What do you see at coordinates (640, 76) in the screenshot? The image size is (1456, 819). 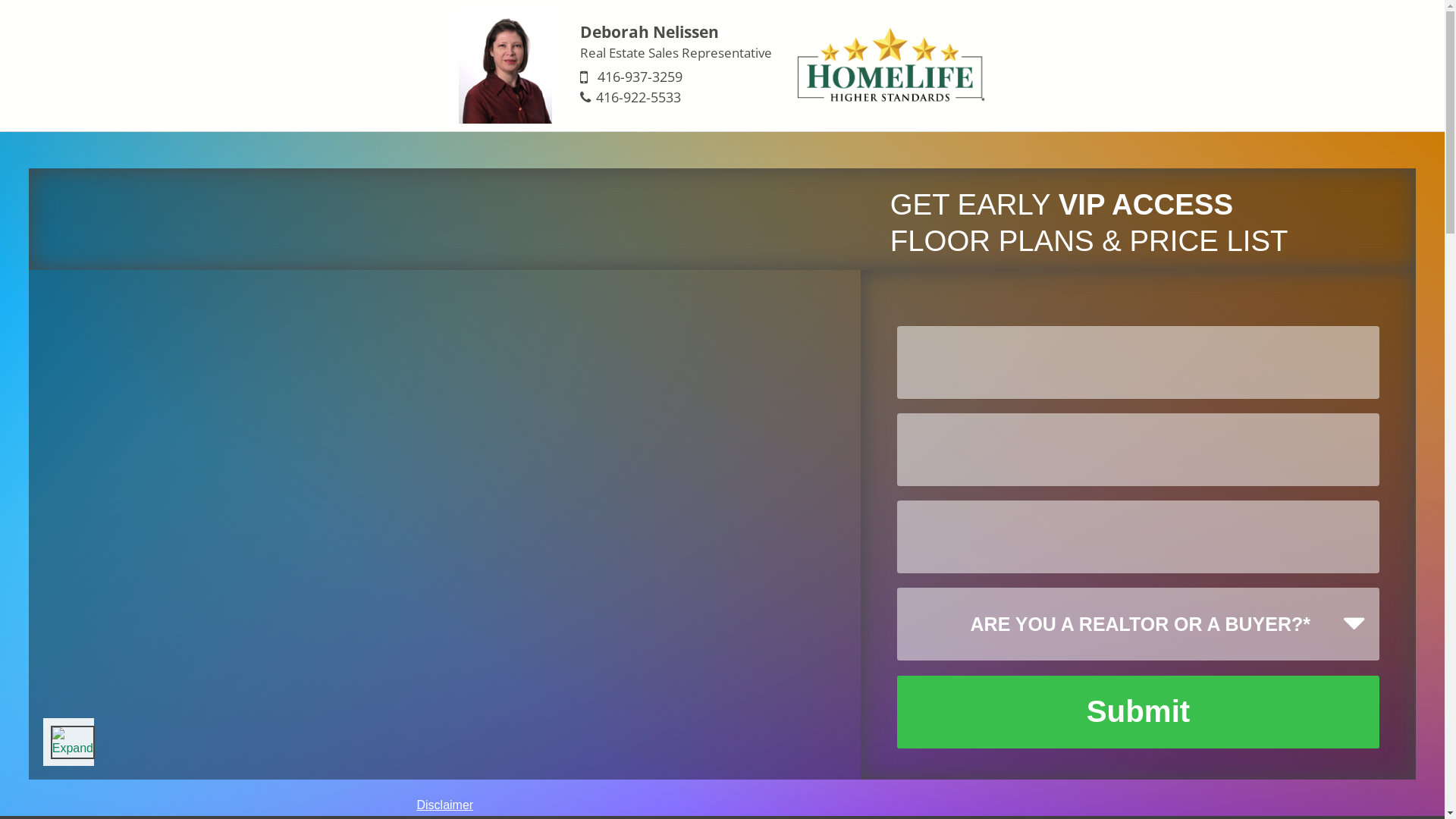 I see `'416-937-3259'` at bounding box center [640, 76].